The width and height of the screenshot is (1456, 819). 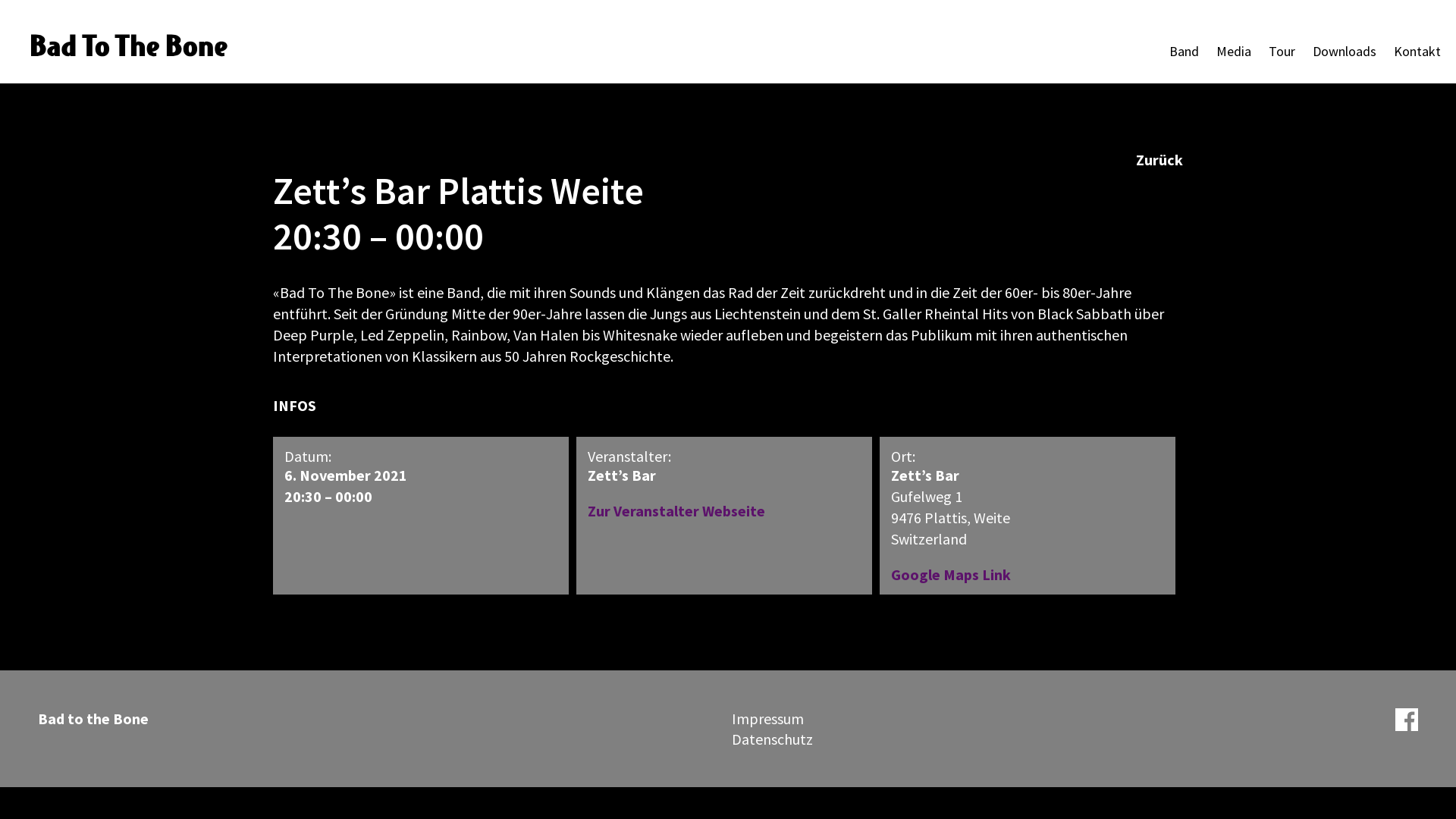 I want to click on 'Downloads', so click(x=1344, y=51).